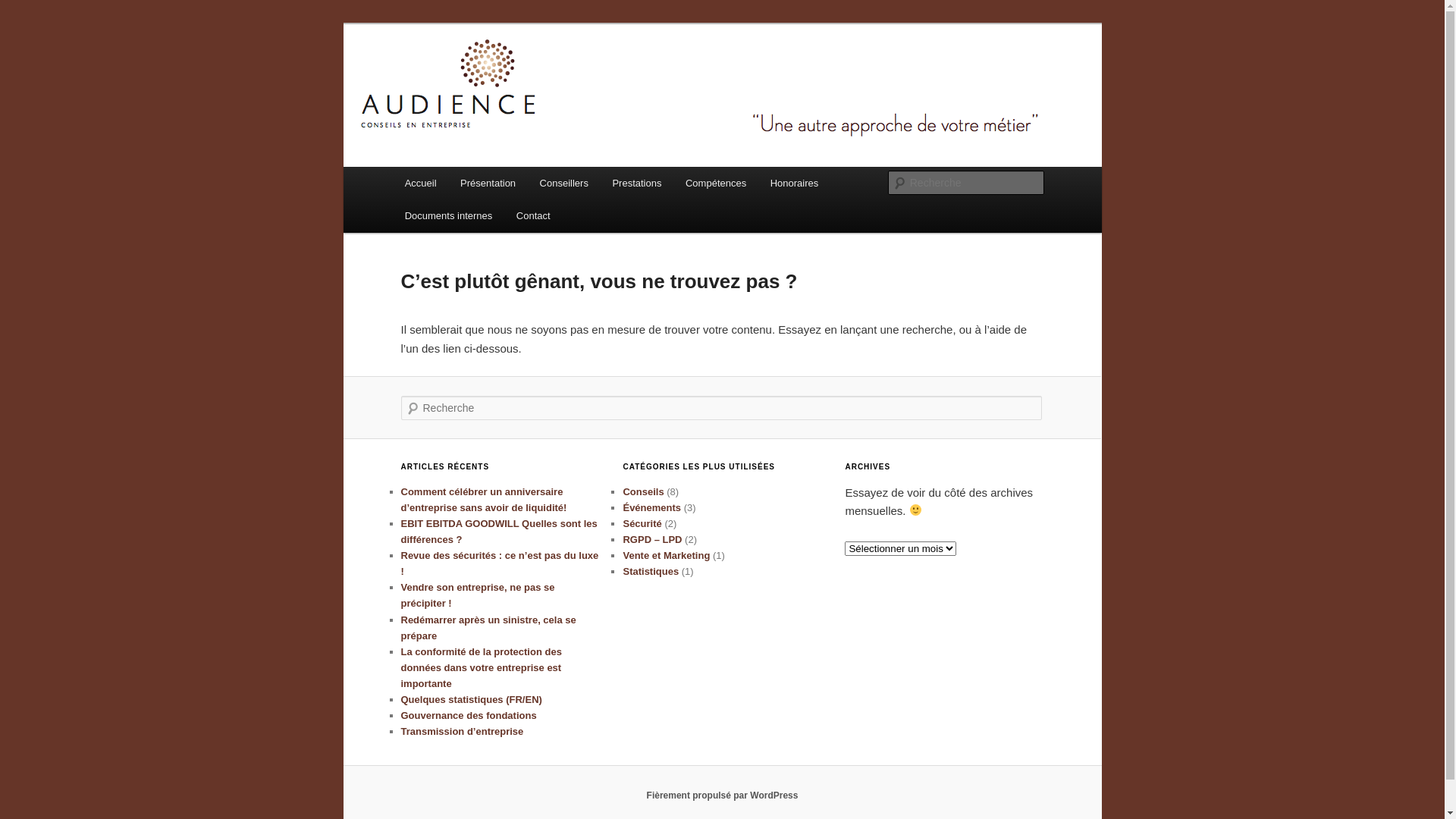 The height and width of the screenshot is (819, 1456). I want to click on 'Quelques statistiques (FR/EN)', so click(469, 699).